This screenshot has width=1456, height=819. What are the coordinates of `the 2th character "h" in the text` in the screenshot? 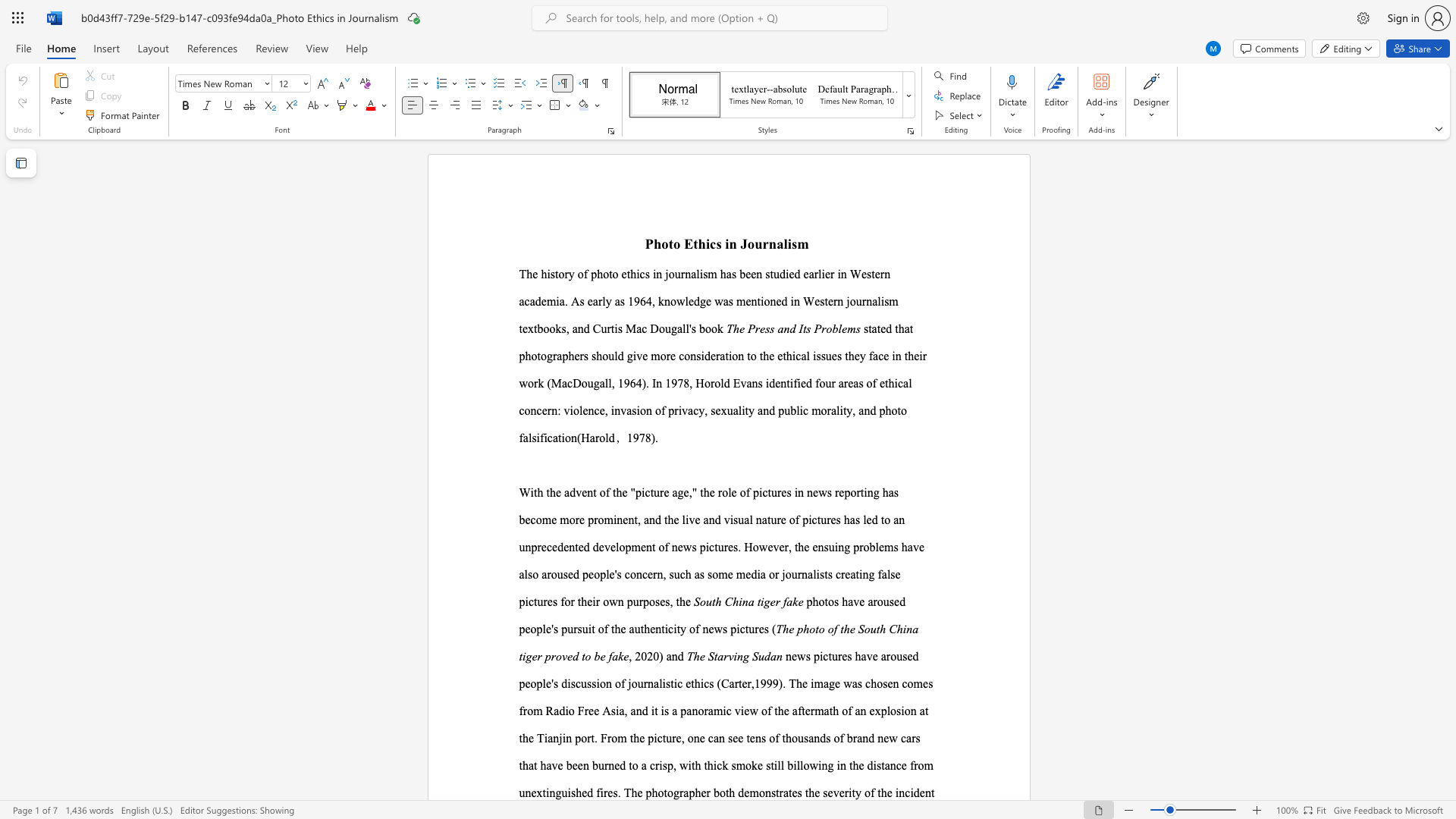 It's located at (701, 243).